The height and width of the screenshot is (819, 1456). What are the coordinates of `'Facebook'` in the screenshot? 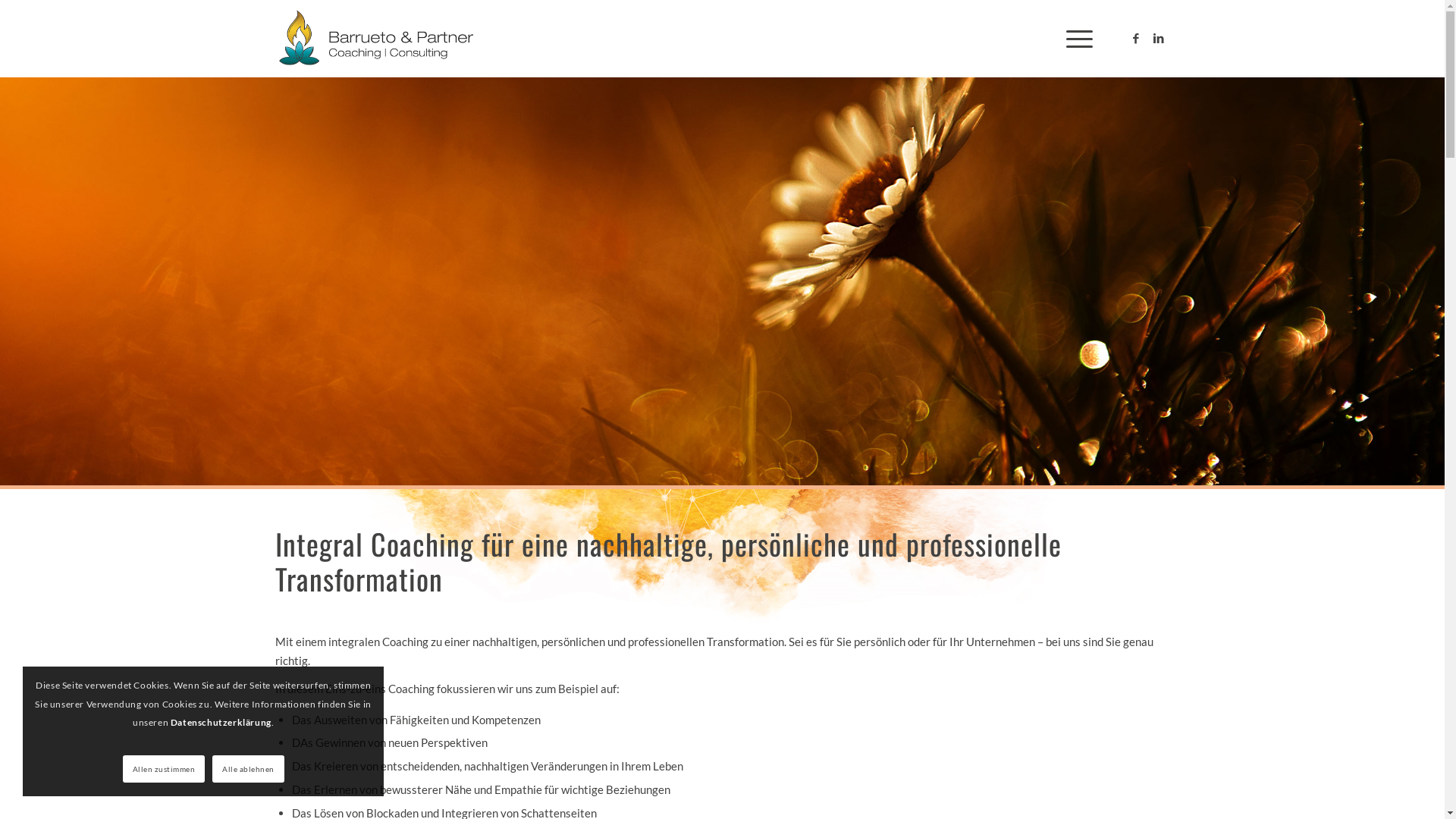 It's located at (1135, 37).